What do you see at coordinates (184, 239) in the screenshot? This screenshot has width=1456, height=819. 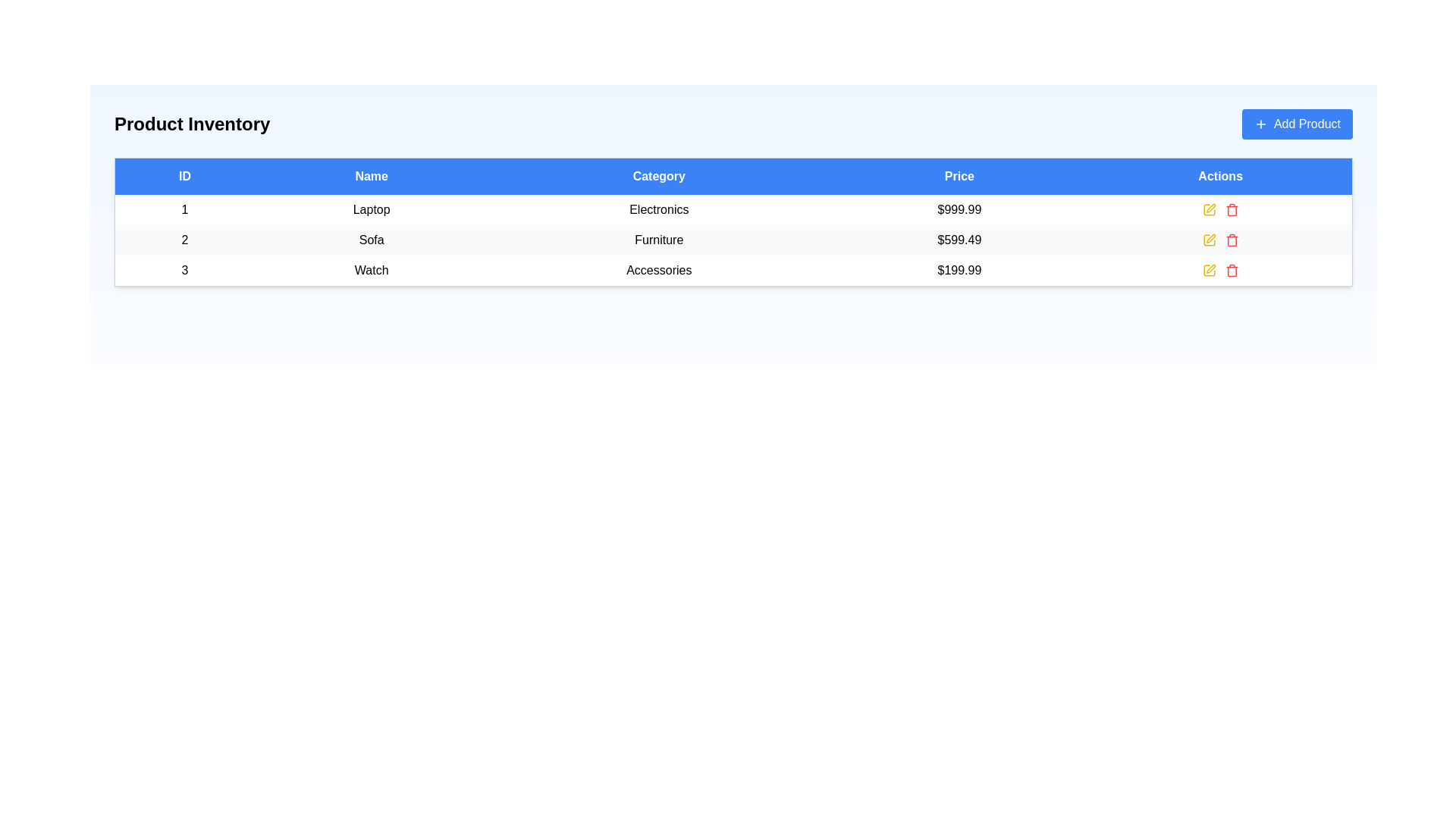 I see `the text display showing the number '2', which is located in the first column of the second row under the 'ID' header` at bounding box center [184, 239].